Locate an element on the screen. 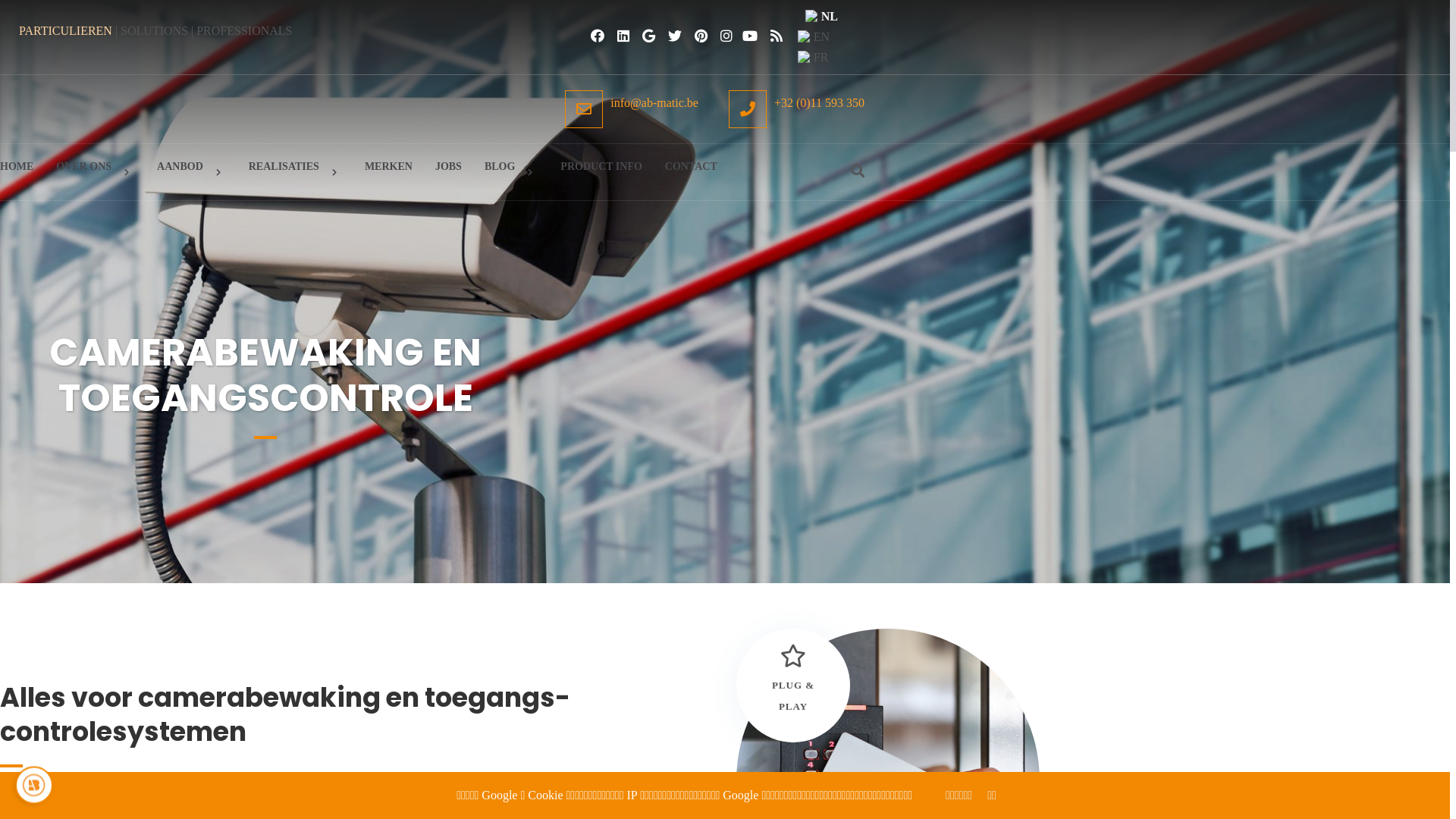  'PARTICULIEREN' is located at coordinates (18, 30).